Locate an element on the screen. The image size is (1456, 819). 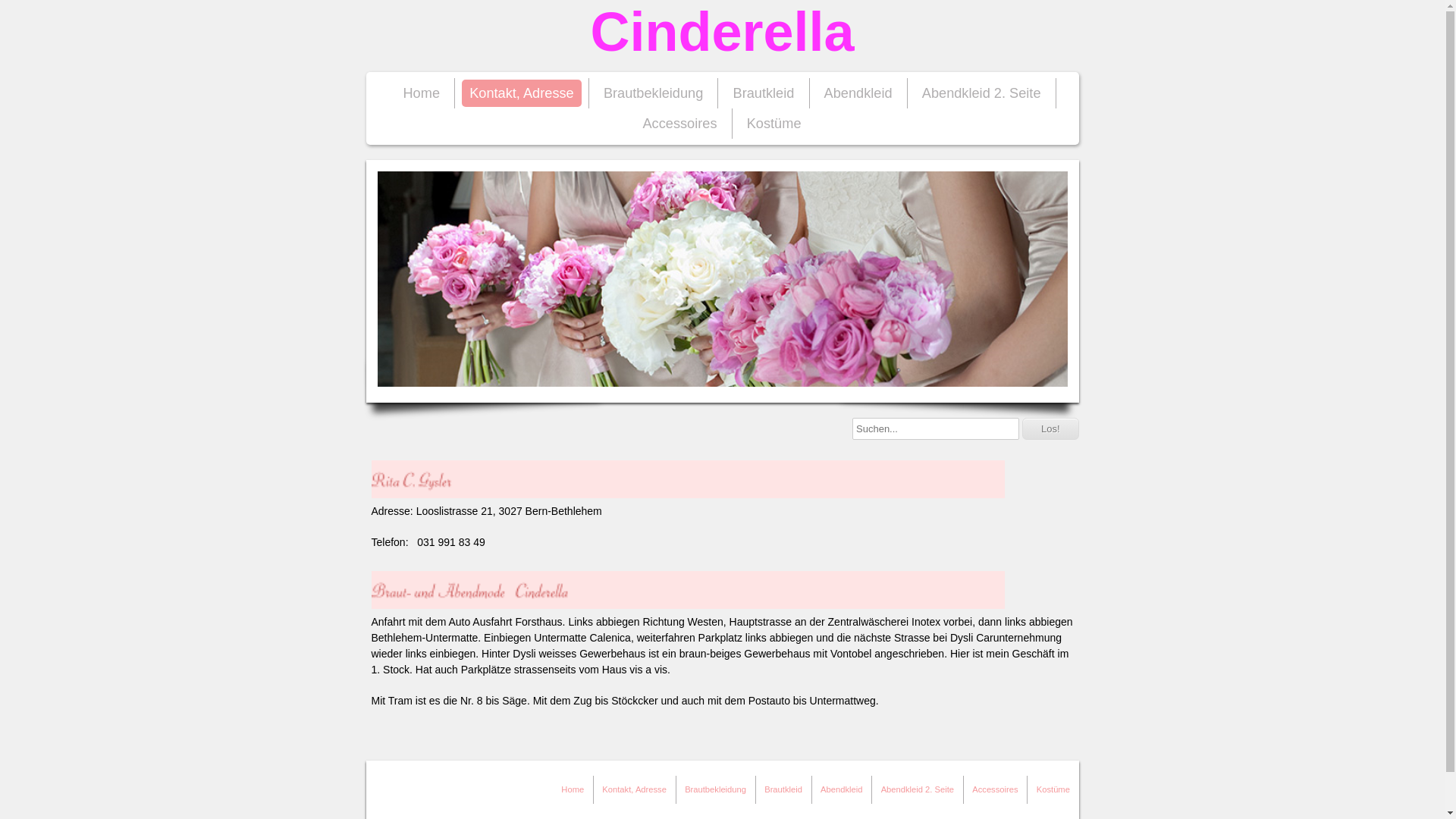
'Abendkleid 2. Seite' is located at coordinates (916, 789).